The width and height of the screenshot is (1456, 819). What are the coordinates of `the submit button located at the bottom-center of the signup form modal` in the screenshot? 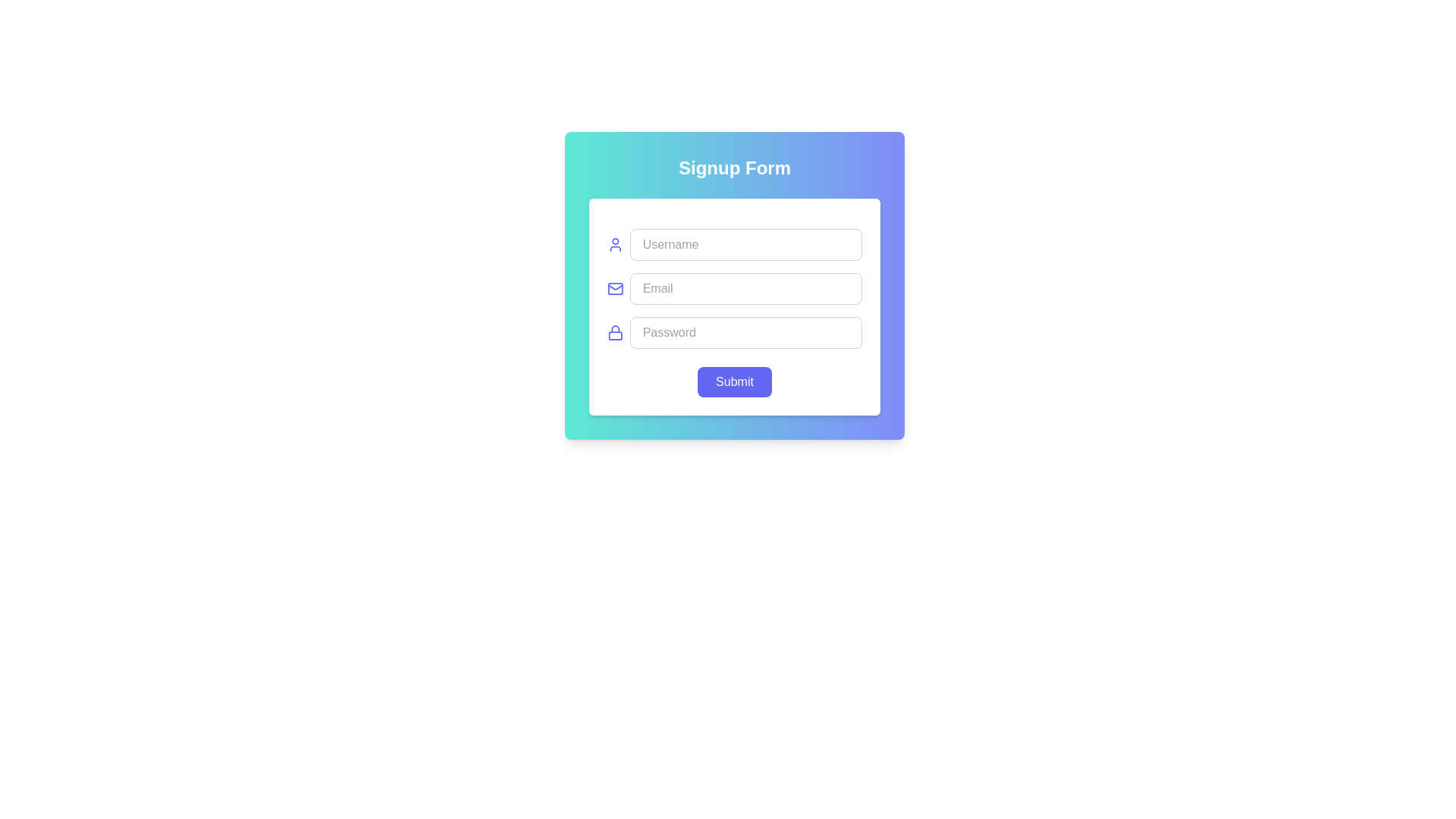 It's located at (735, 381).